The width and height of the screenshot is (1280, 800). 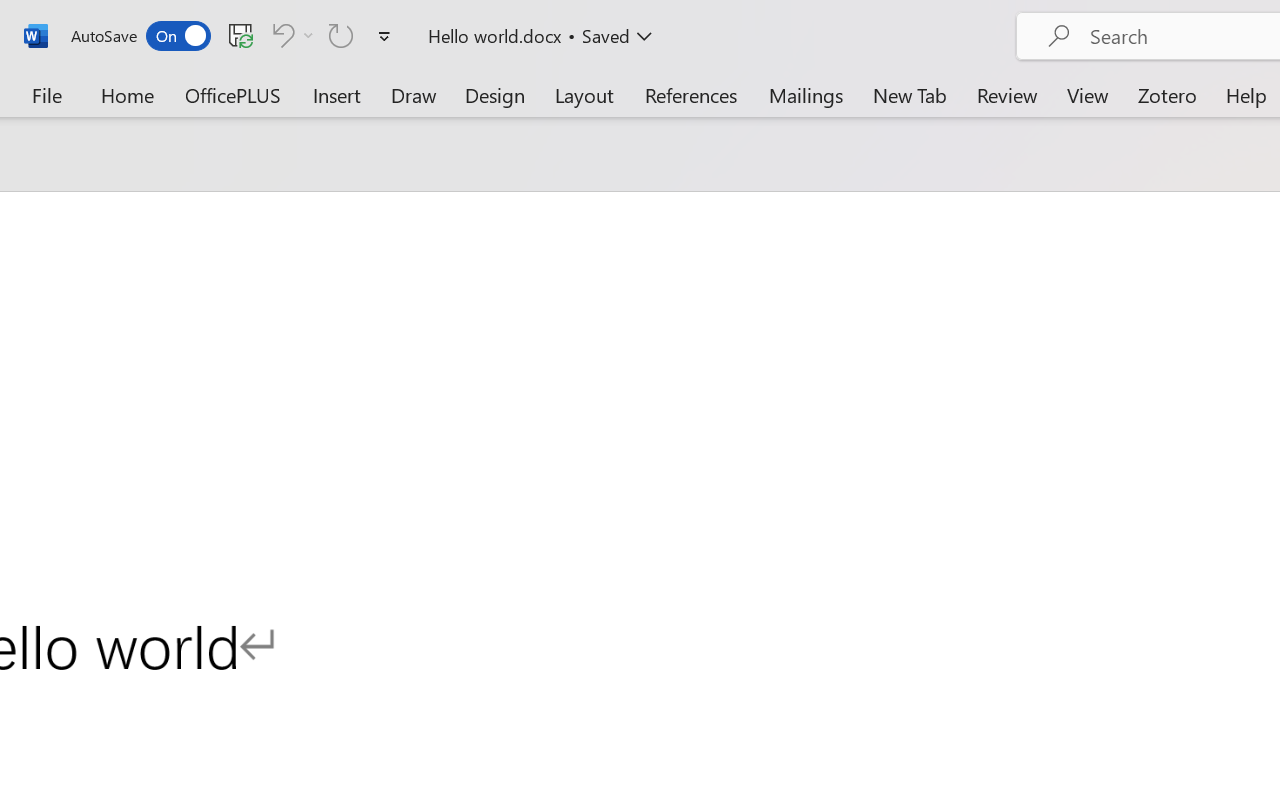 What do you see at coordinates (234, 35) in the screenshot?
I see `'Quick Access Toolbar'` at bounding box center [234, 35].